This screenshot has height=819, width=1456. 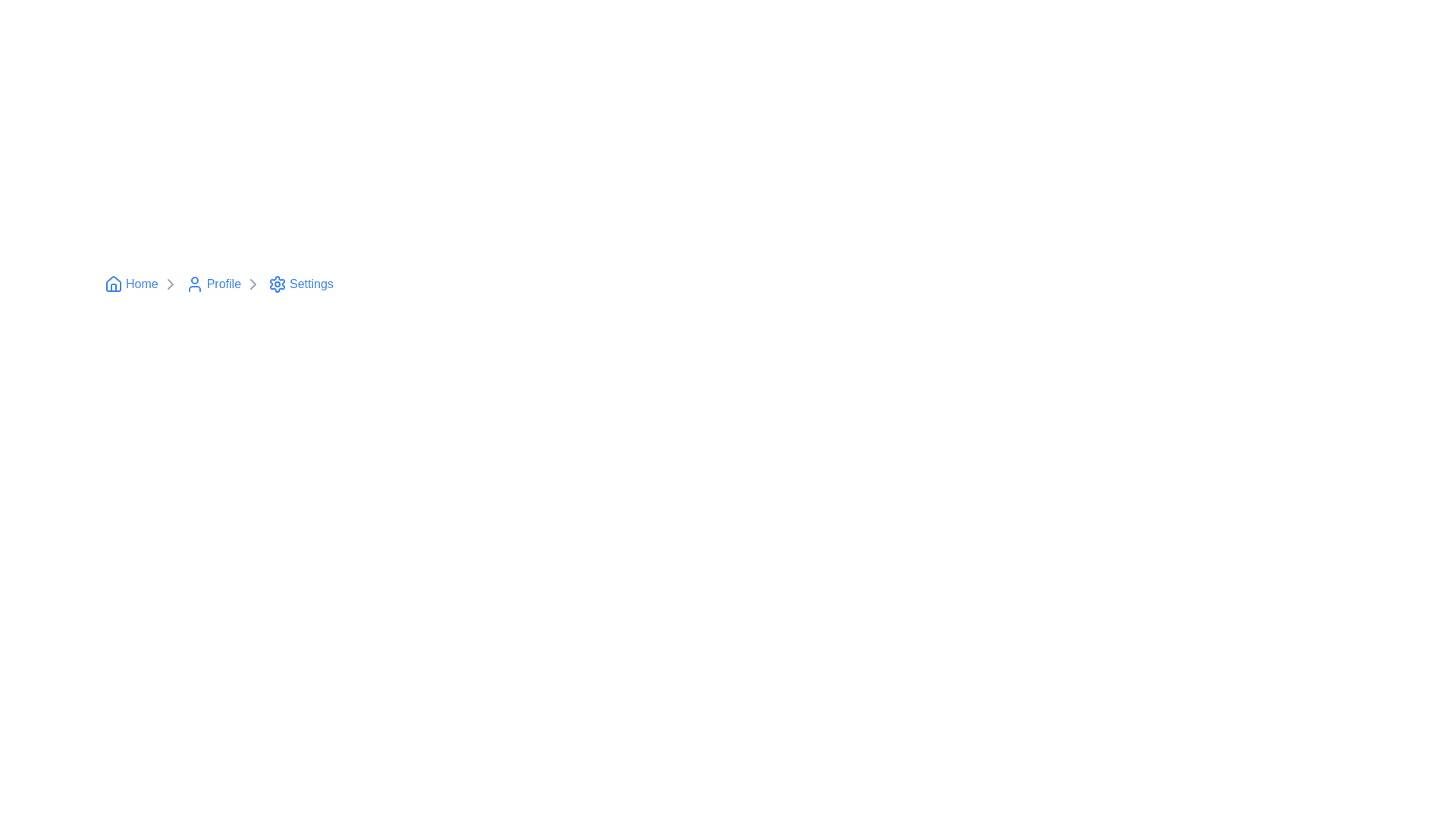 I want to click on the right-pointing chevron arrow icon, which is styled as text-gray-400 and located between the 'Profile' and 'Settings' text elements in the navigation bar, so click(x=253, y=284).